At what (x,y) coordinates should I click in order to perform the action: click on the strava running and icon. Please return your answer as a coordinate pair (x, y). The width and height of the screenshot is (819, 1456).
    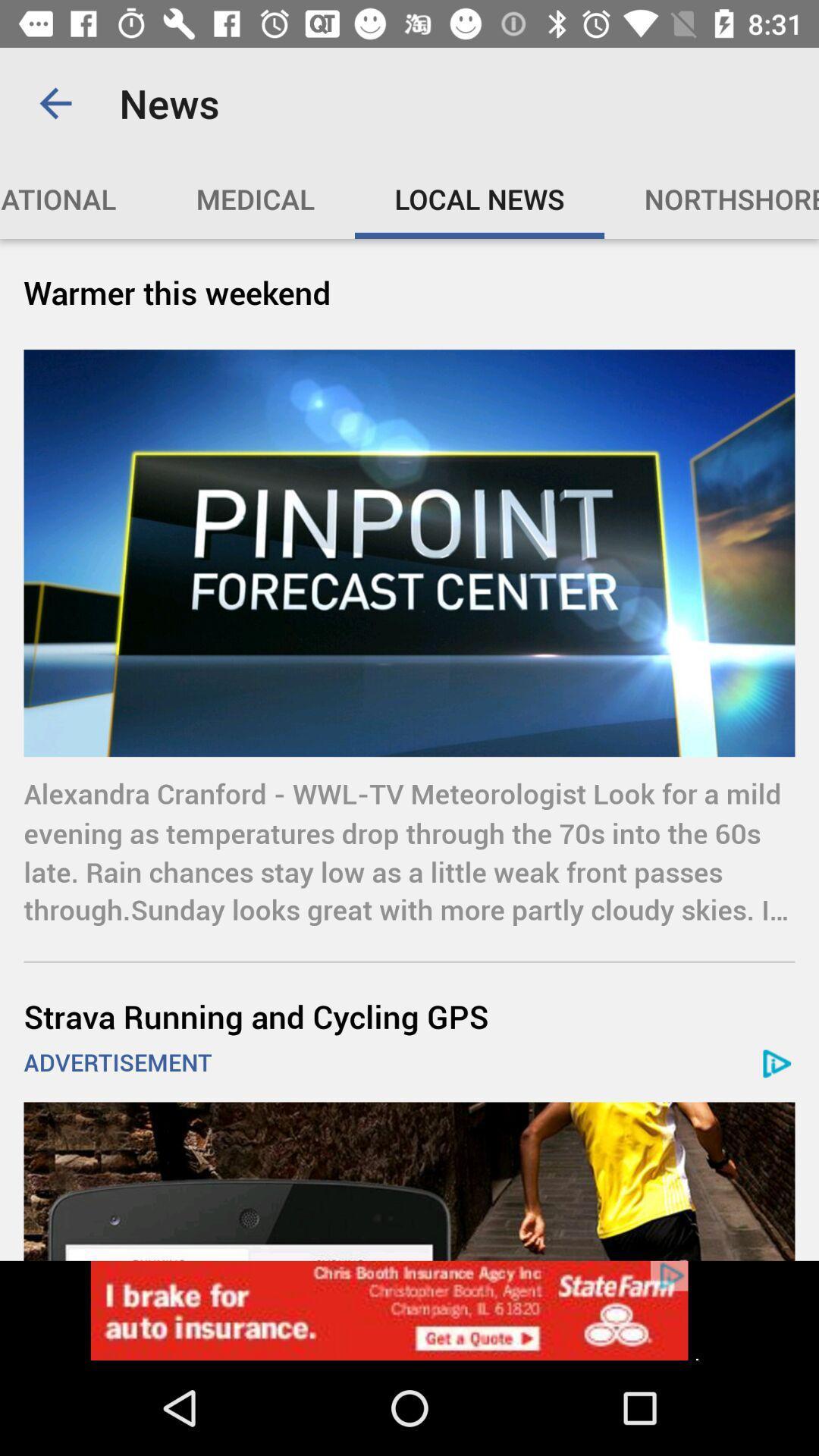
    Looking at the image, I should click on (409, 1016).